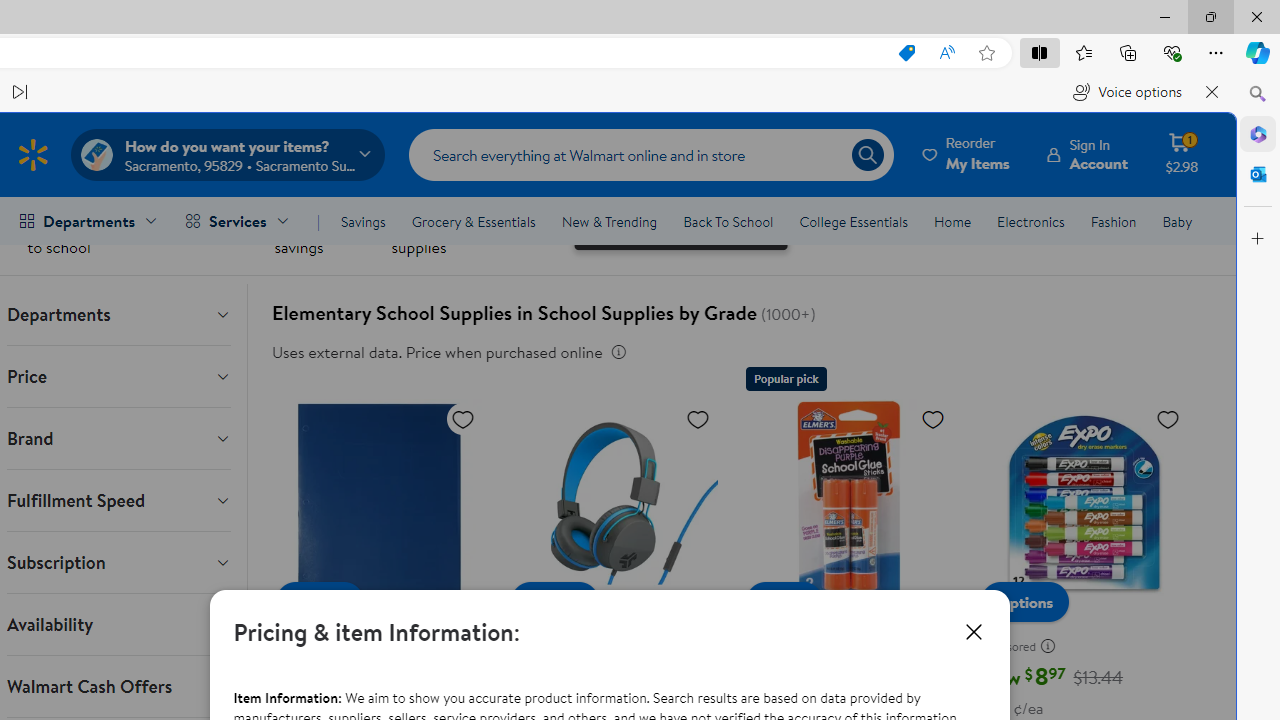  Describe the element at coordinates (1257, 94) in the screenshot. I see `'Close Search pane'` at that location.